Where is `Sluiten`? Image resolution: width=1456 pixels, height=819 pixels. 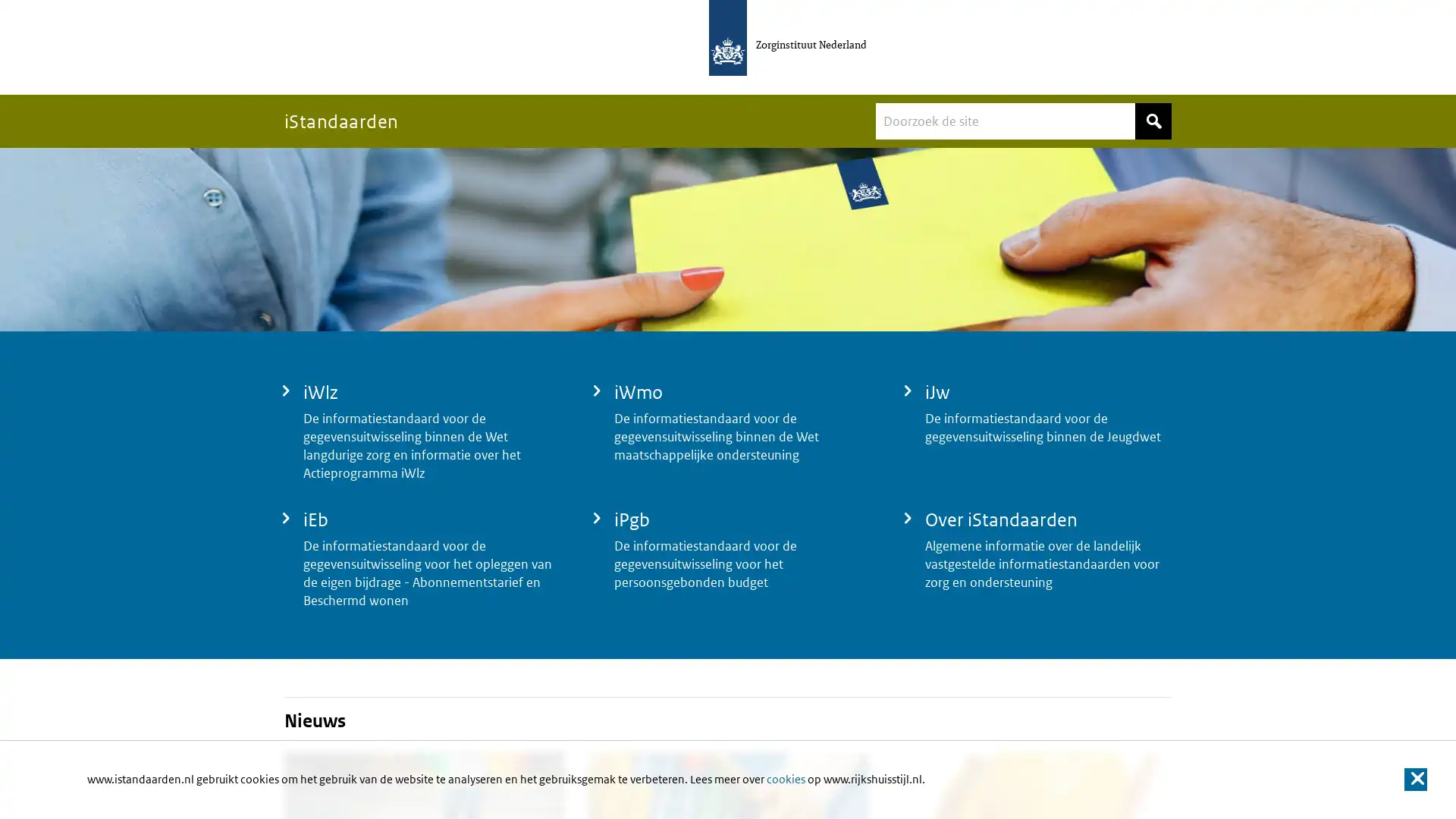 Sluiten is located at coordinates (1414, 780).